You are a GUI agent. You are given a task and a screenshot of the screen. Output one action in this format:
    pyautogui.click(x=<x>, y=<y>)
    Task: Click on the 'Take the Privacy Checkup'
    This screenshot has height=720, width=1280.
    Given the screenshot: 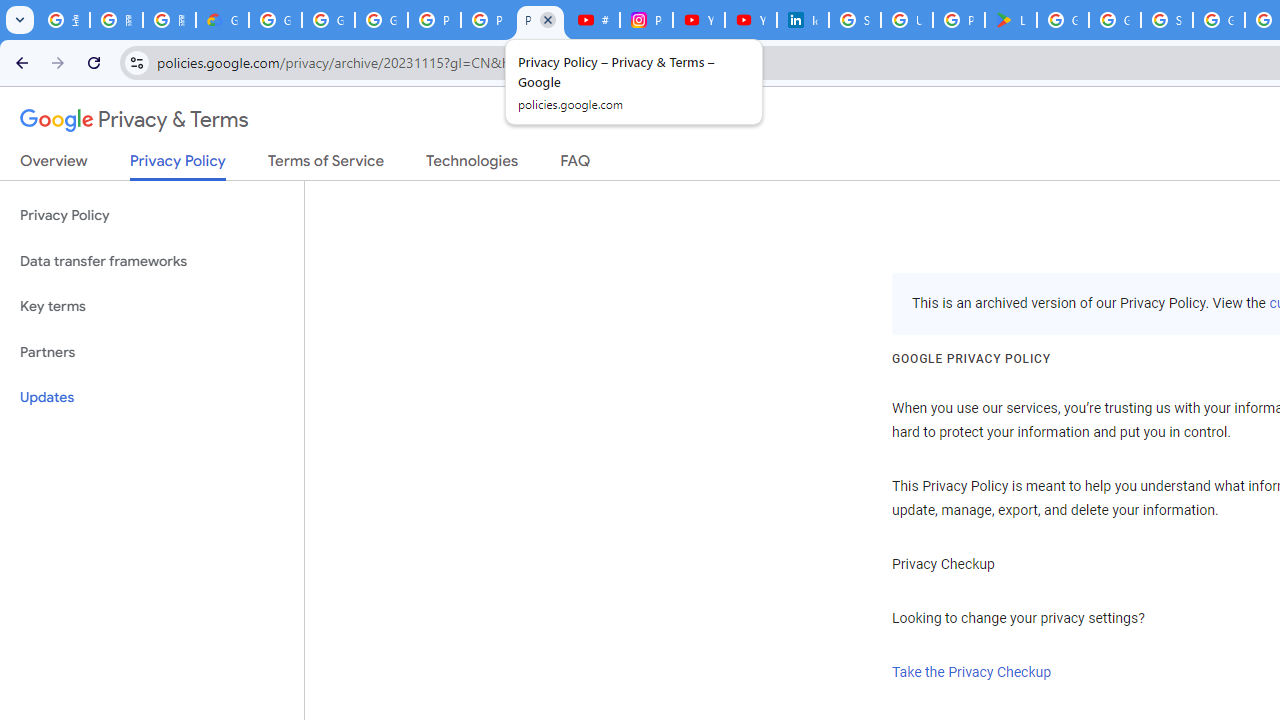 What is the action you would take?
    pyautogui.click(x=972, y=672)
    